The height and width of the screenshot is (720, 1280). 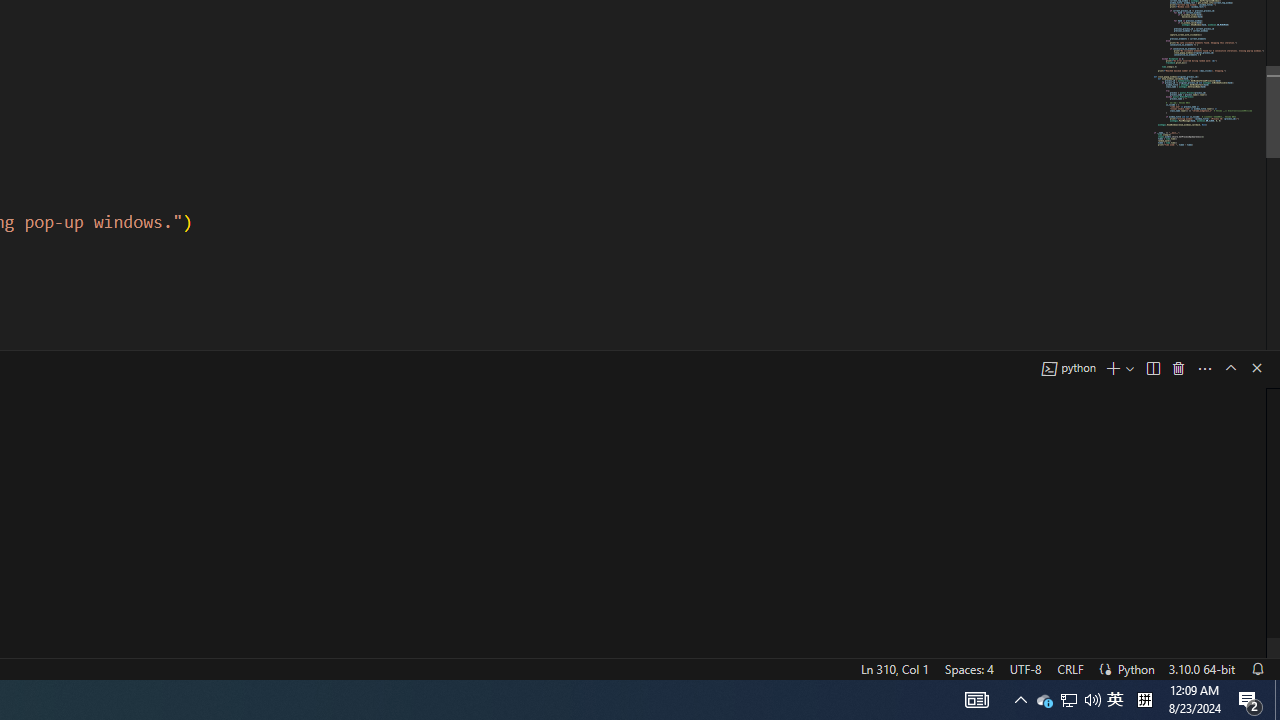 I want to click on 'Hide Panel', so click(x=1255, y=367).